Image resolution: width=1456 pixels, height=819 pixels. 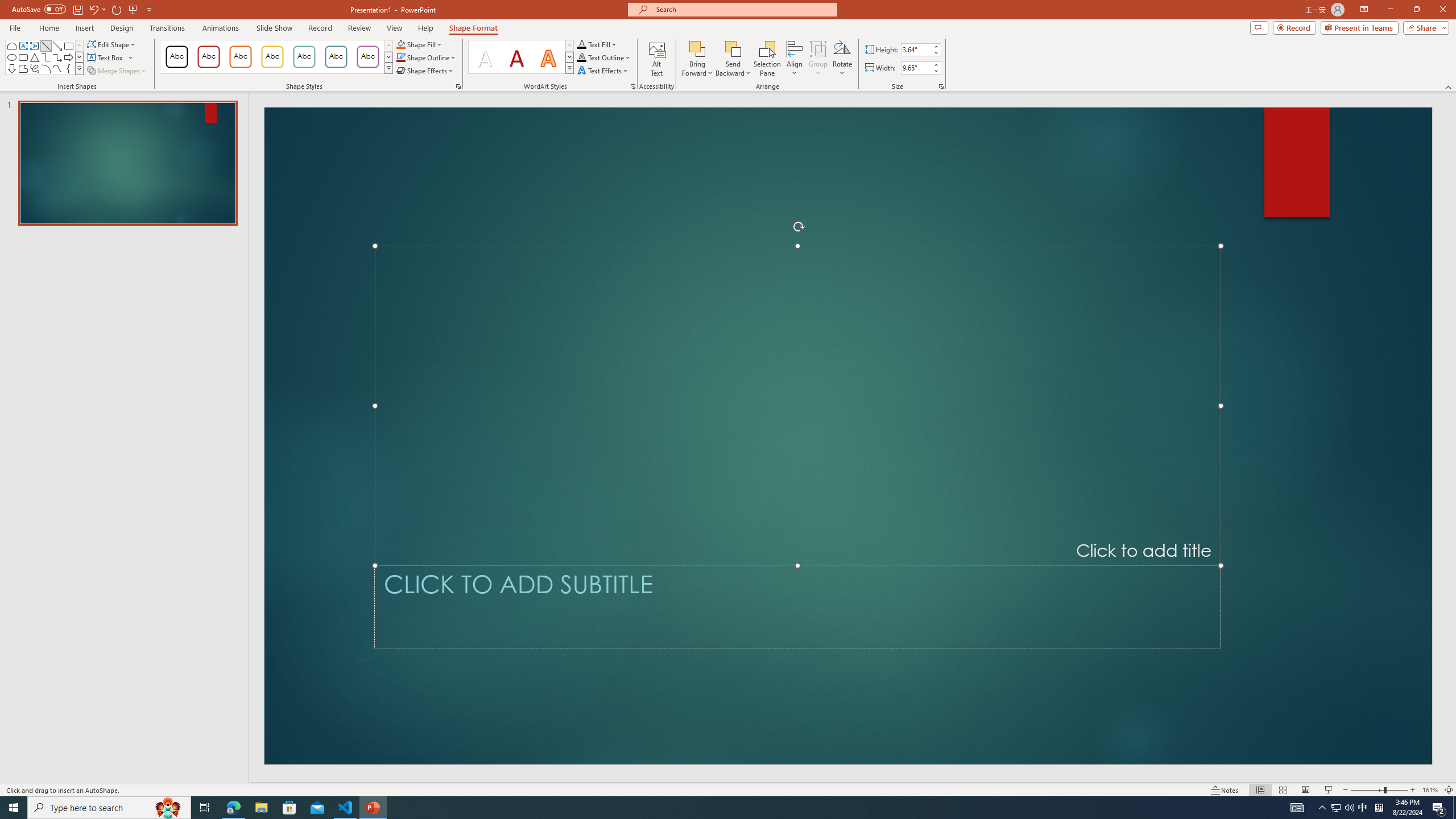 What do you see at coordinates (44, 57) in the screenshot?
I see `'AutomationID: ShapesInsertGallery'` at bounding box center [44, 57].